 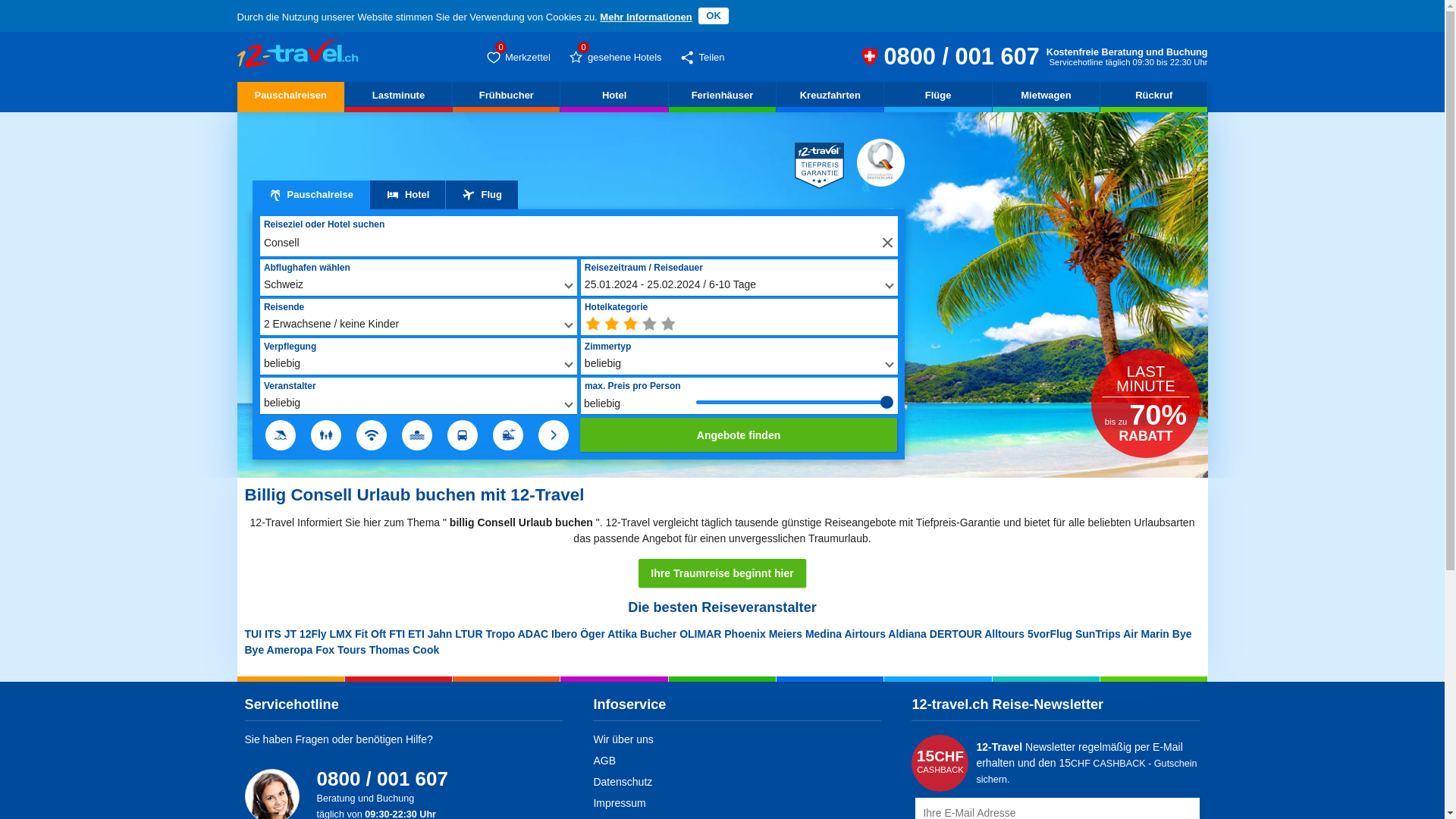 I want to click on 'min. 5 Sterne', so click(x=670, y=325).